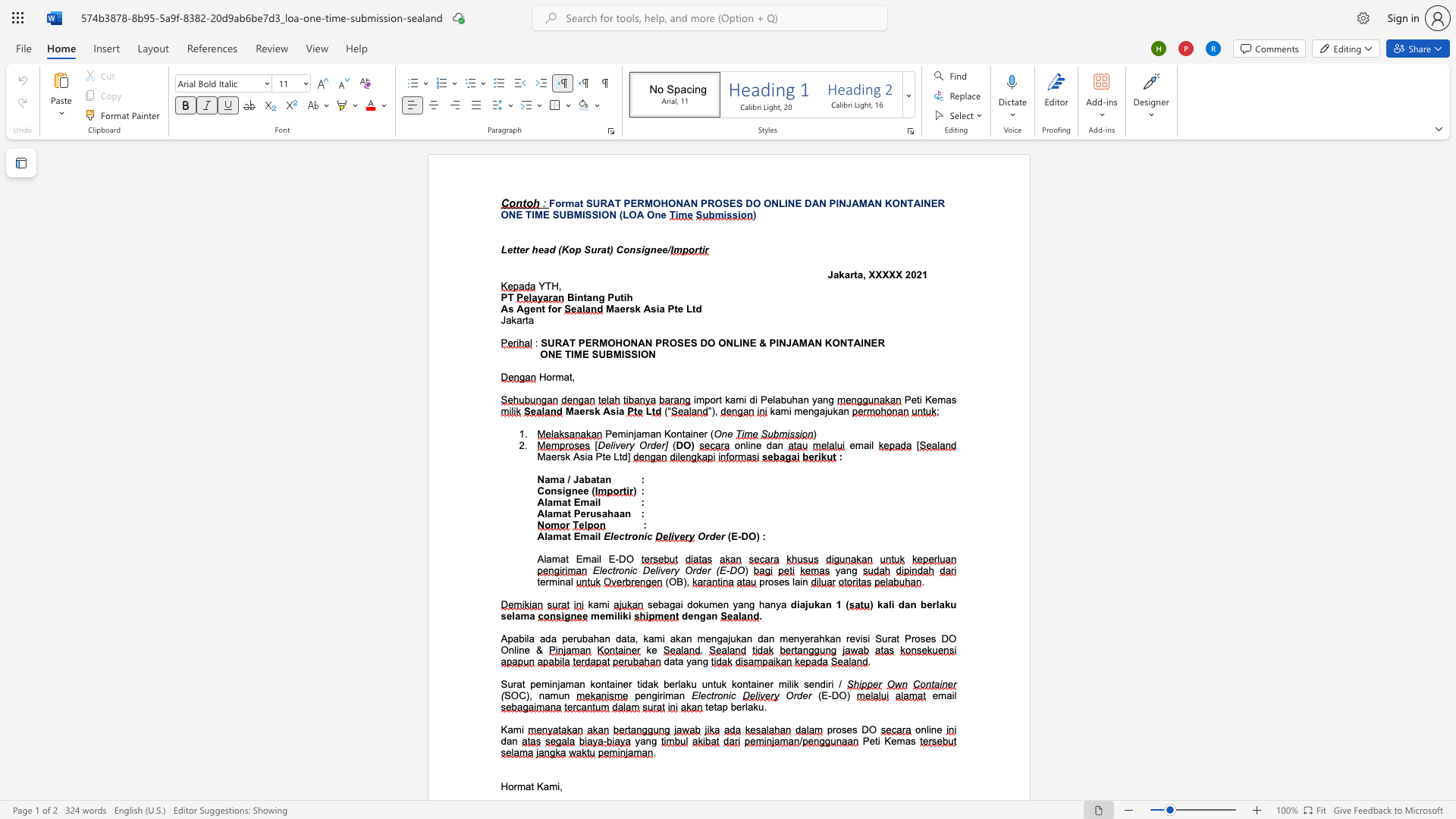 The height and width of the screenshot is (819, 1456). Describe the element at coordinates (669, 661) in the screenshot. I see `the subset text "ata ya" within the text "data yang"` at that location.